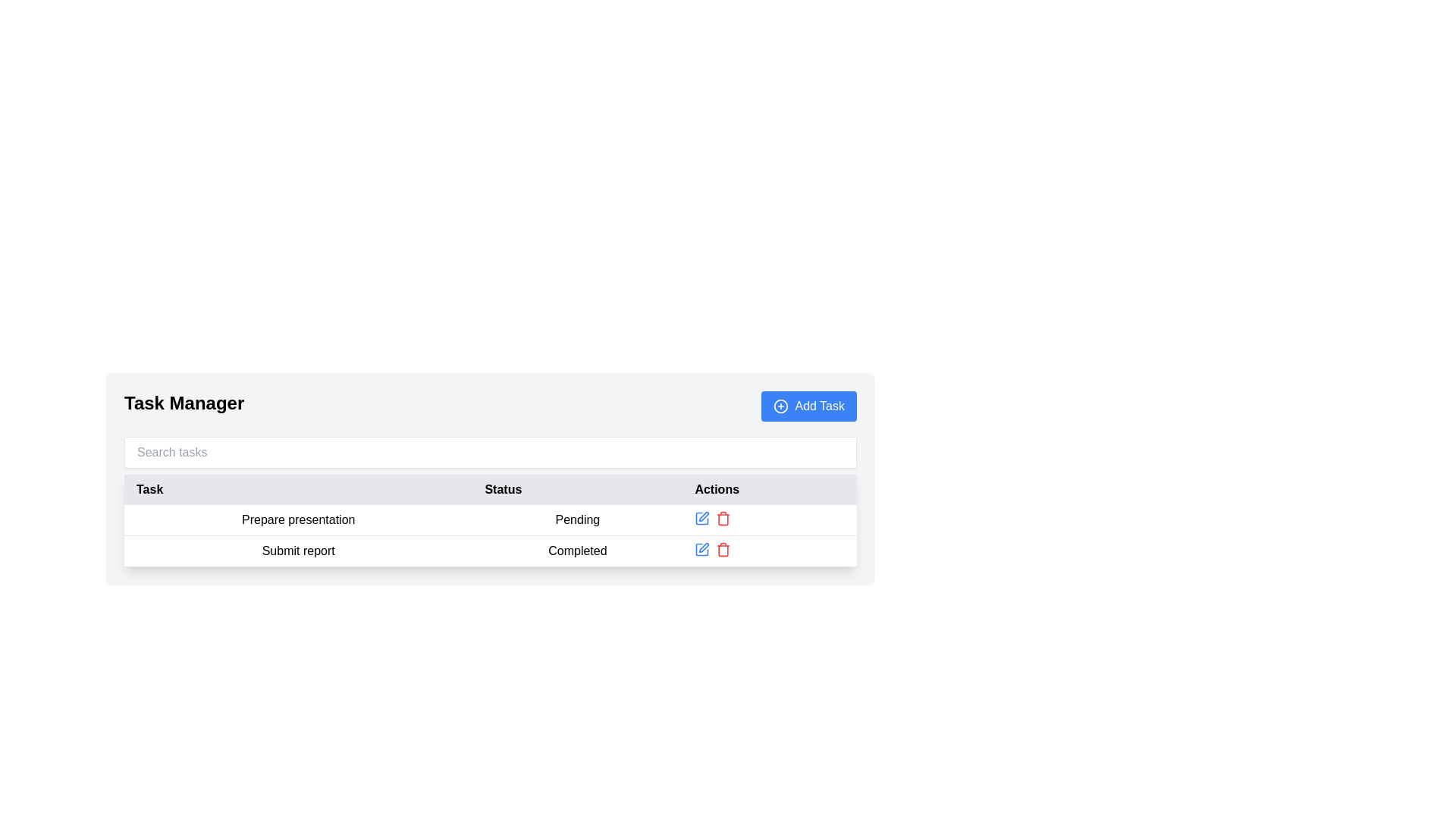 This screenshot has height=819, width=1456. Describe the element at coordinates (703, 548) in the screenshot. I see `the icon button resembling a pen or pencil to the right of 'Completed' in the Actions column to initiate edit mode` at that location.